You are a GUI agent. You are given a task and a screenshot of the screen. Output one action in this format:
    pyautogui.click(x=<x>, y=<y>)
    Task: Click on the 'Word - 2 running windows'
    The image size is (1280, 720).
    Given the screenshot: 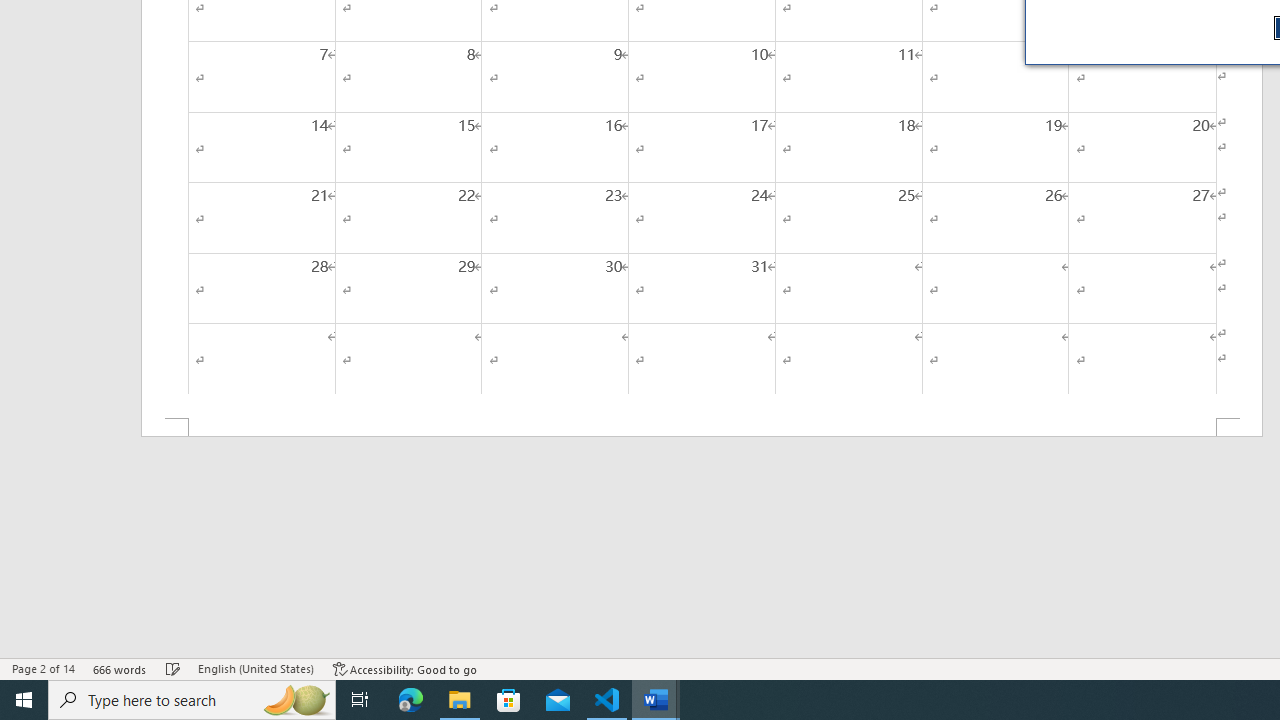 What is the action you would take?
    pyautogui.click(x=656, y=698)
    